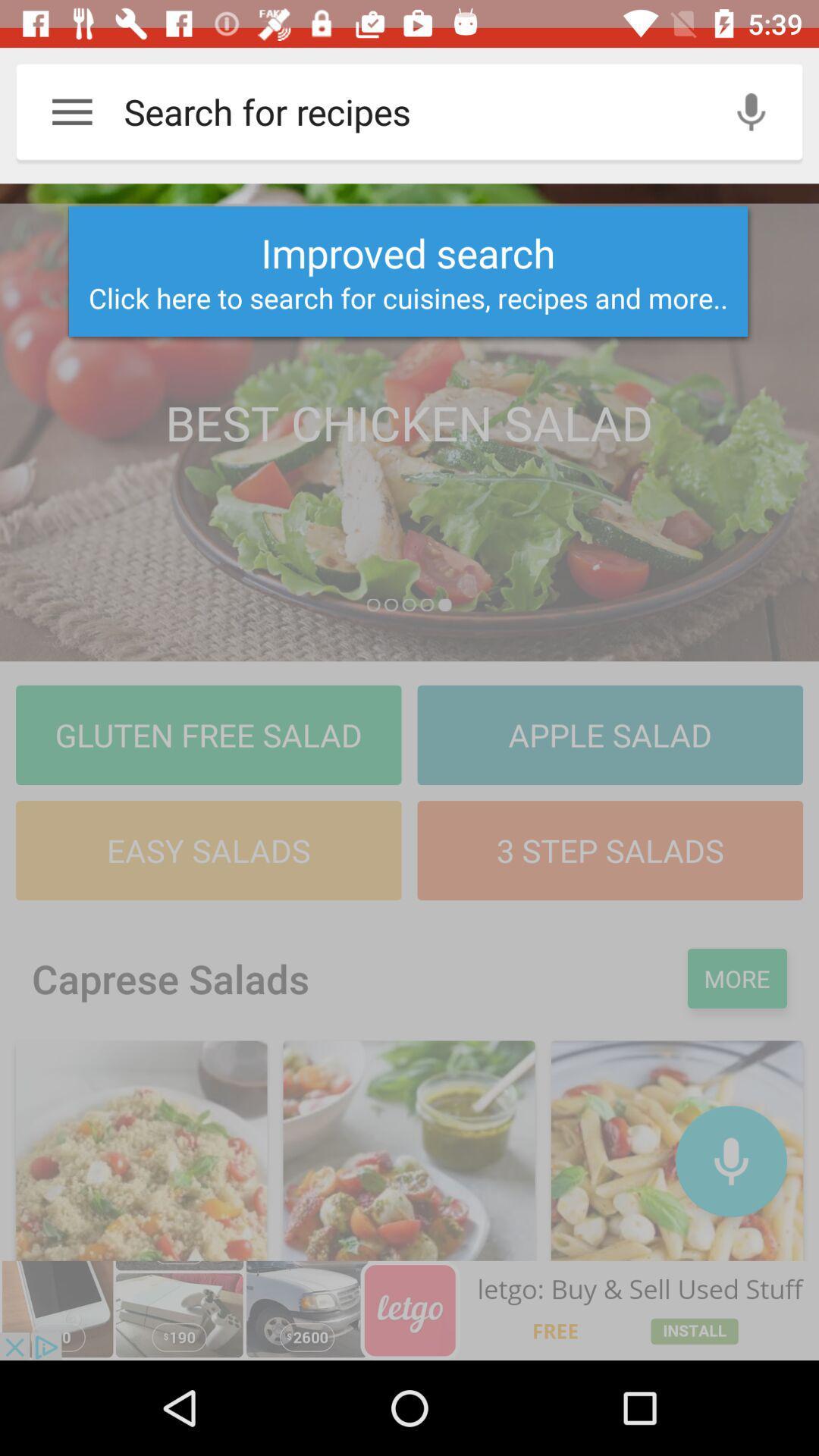 This screenshot has width=819, height=1456. What do you see at coordinates (730, 1160) in the screenshot?
I see `the microphone icon` at bounding box center [730, 1160].